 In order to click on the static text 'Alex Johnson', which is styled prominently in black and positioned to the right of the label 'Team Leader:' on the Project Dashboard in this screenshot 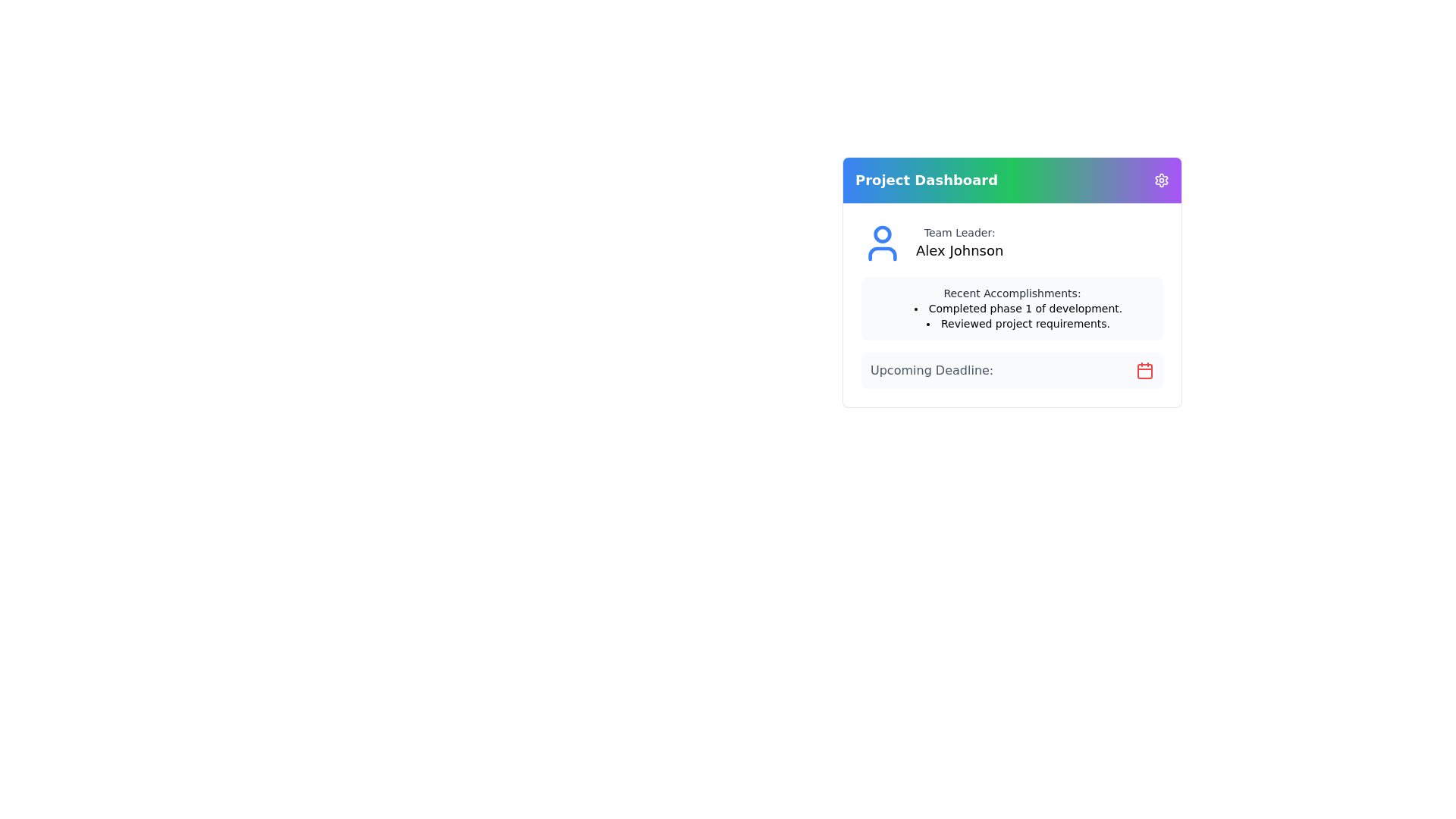, I will do `click(959, 250)`.